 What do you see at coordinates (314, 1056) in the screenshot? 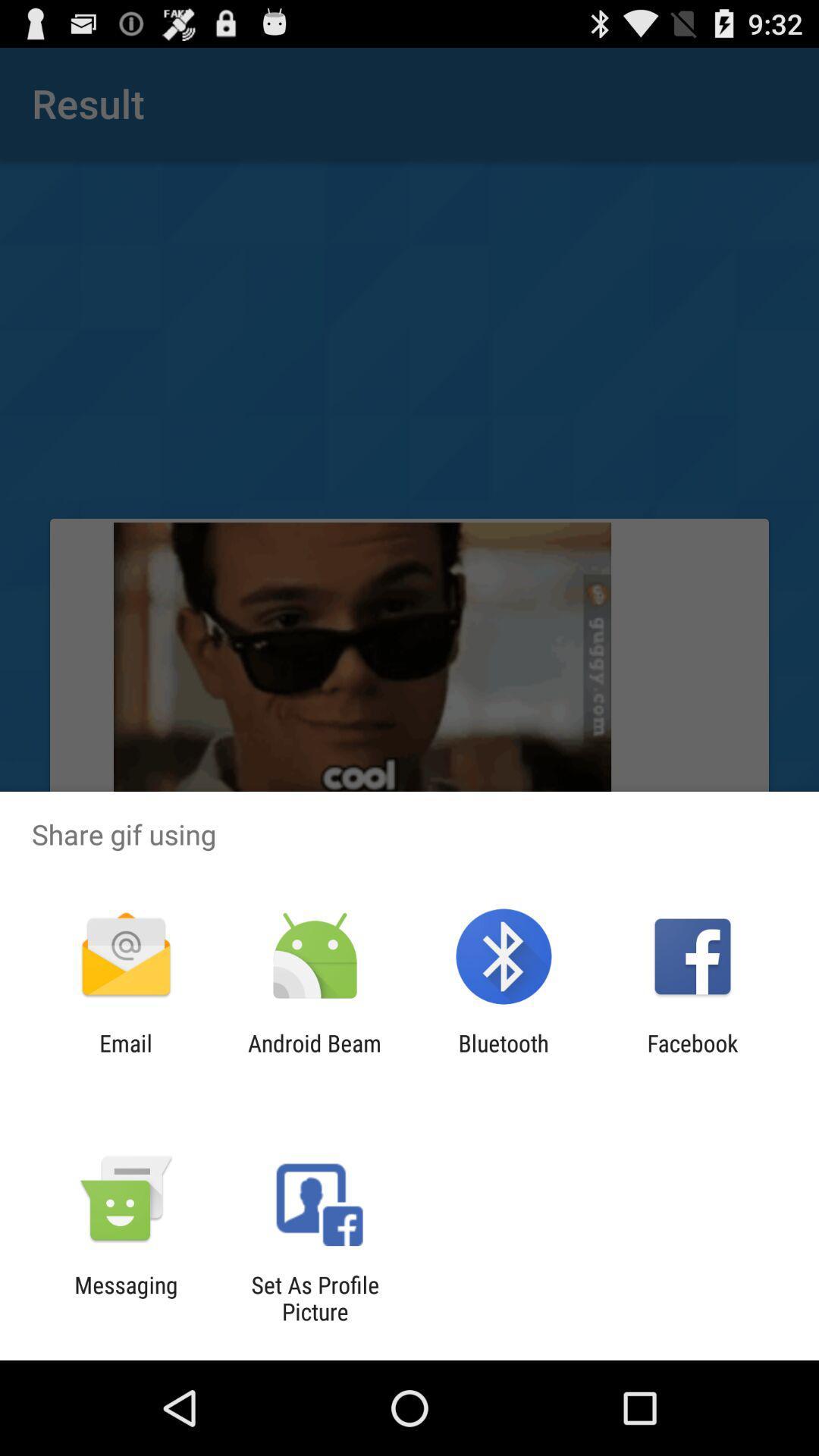
I see `item to the left of the bluetooth app` at bounding box center [314, 1056].